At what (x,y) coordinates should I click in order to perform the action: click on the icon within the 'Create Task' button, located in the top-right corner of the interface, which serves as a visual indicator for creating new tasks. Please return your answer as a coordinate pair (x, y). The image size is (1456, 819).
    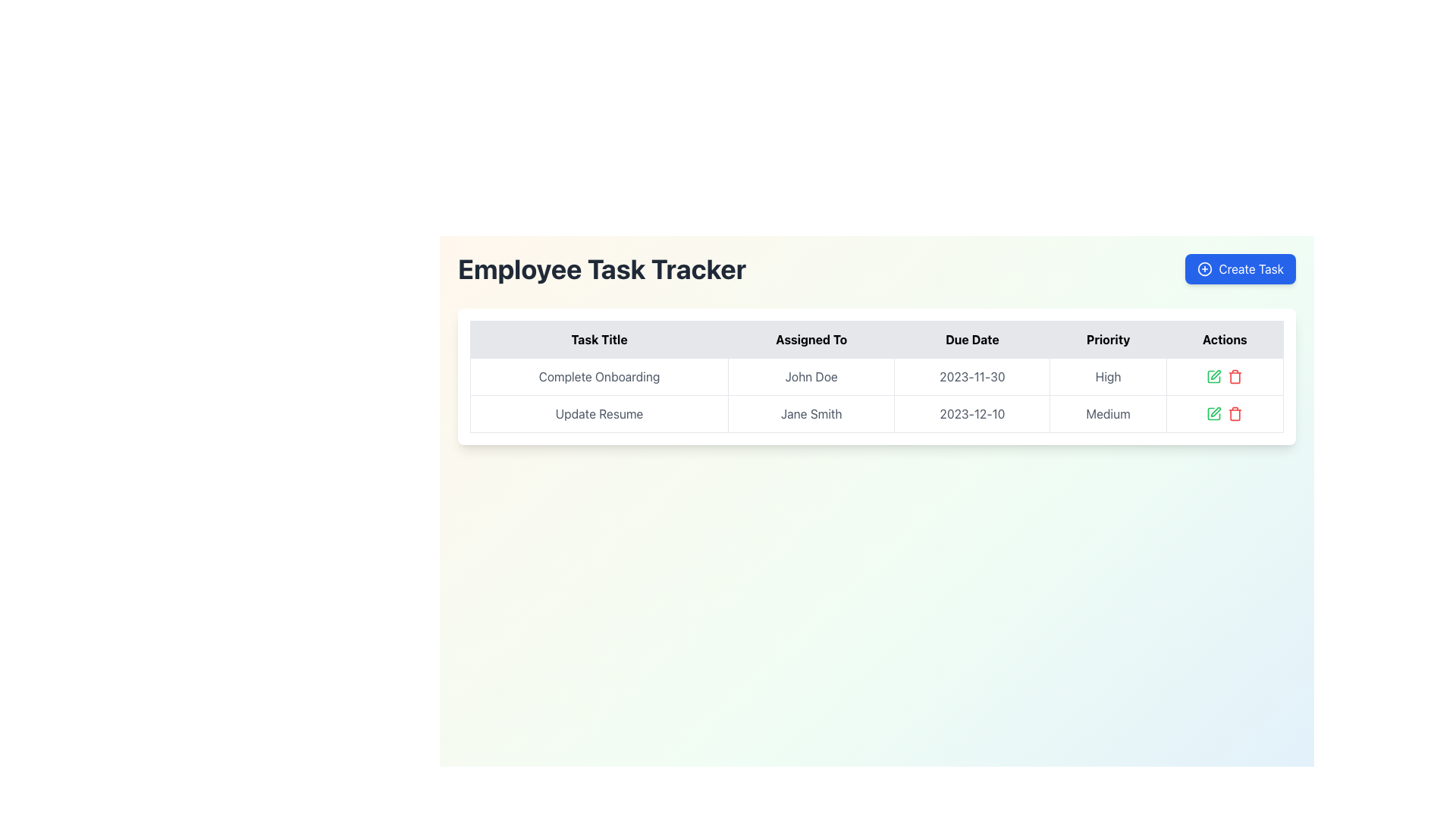
    Looking at the image, I should click on (1204, 268).